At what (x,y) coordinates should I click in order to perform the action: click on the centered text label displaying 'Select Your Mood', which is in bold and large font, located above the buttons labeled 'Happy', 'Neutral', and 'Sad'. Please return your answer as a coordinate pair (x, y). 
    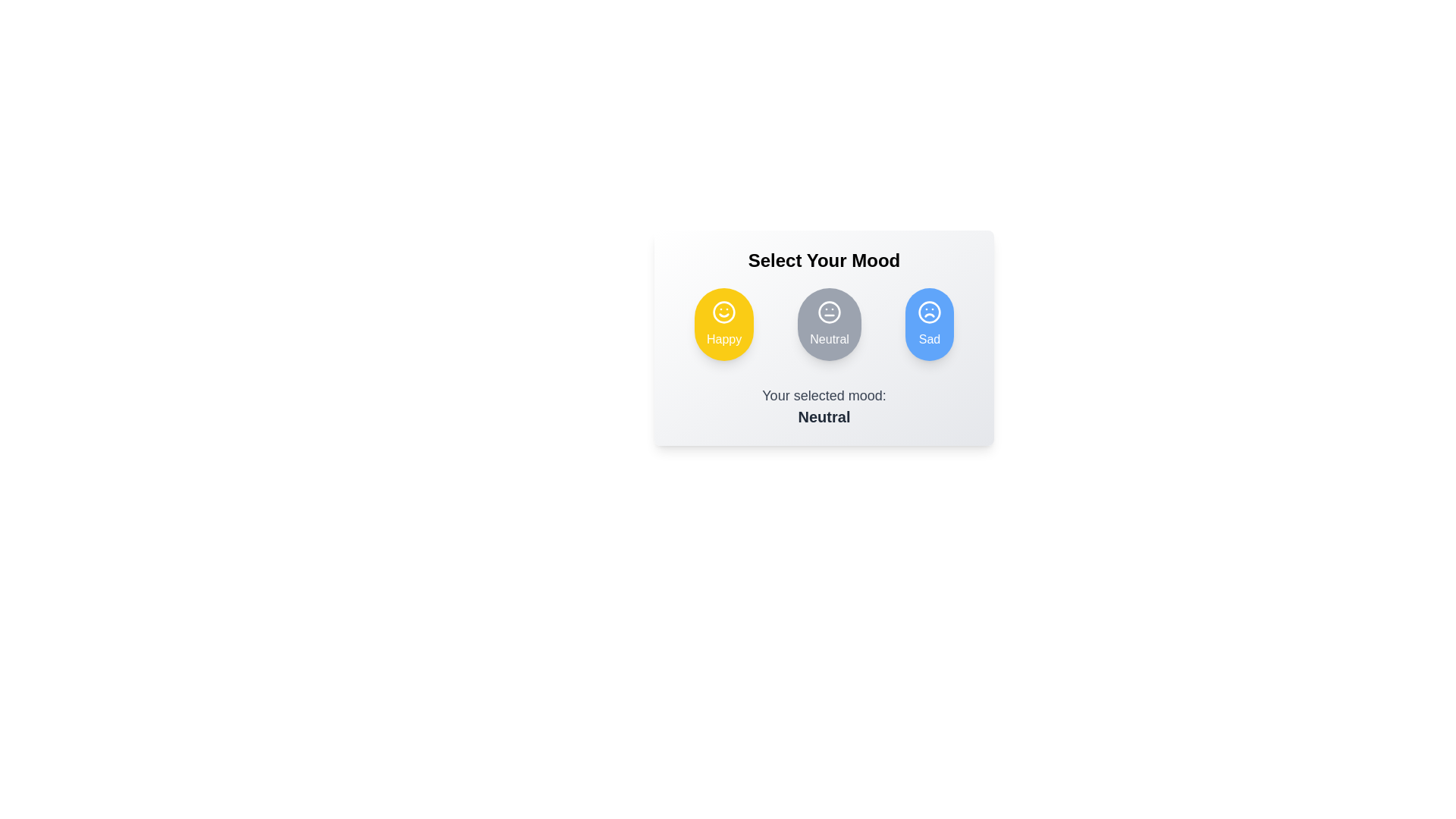
    Looking at the image, I should click on (823, 259).